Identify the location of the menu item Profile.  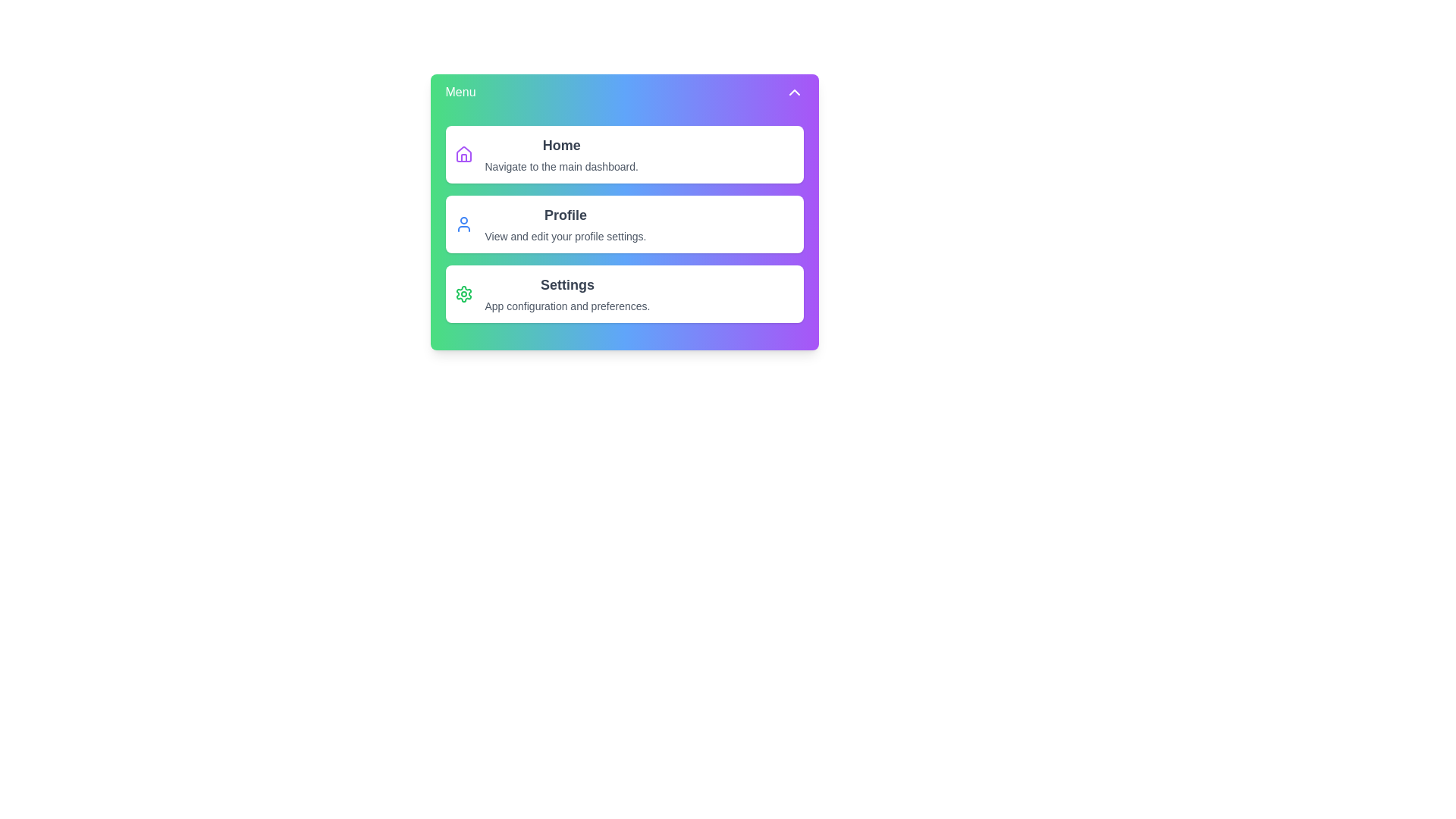
(624, 224).